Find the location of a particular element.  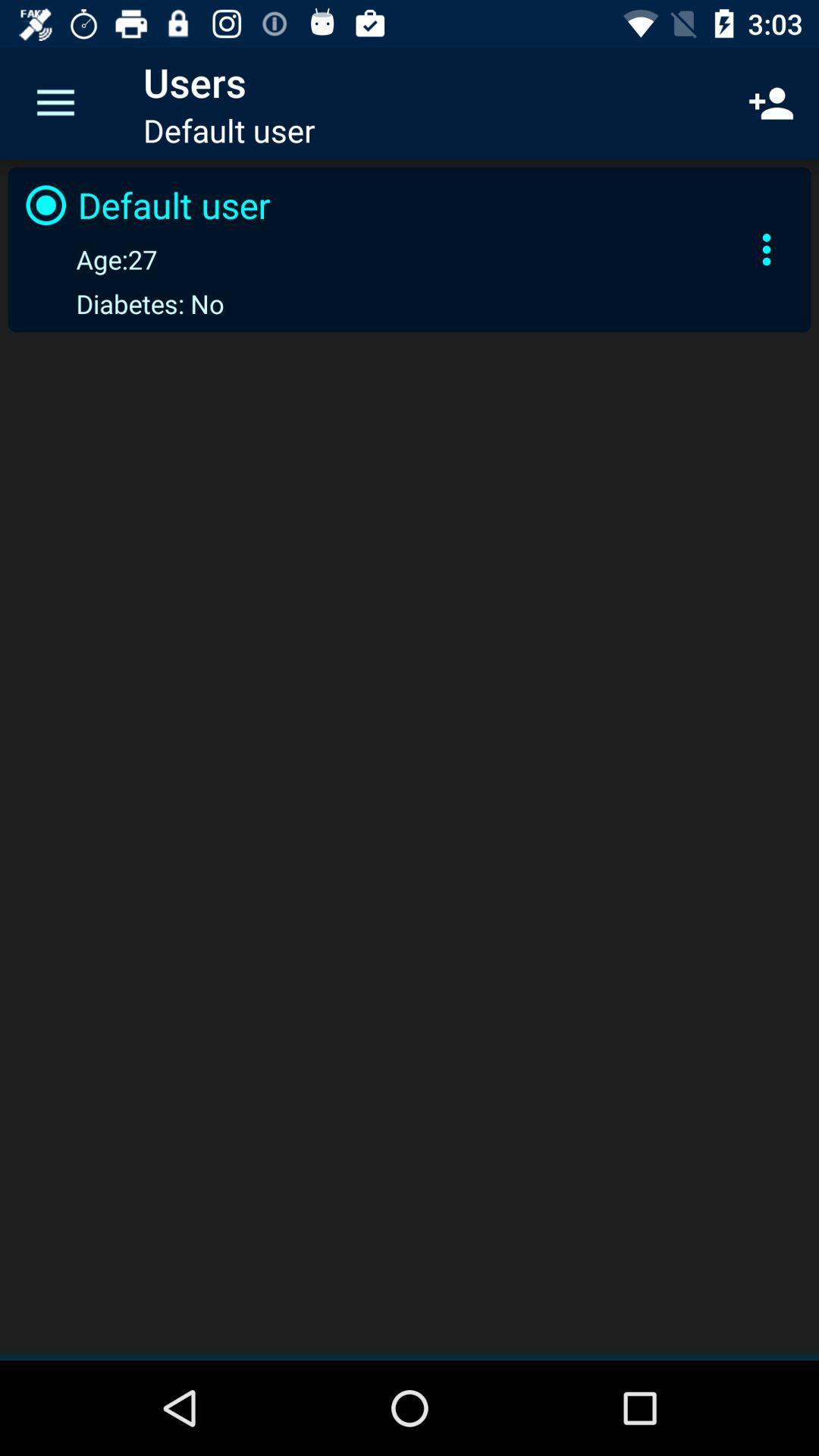

the icon to the right of the default user icon is located at coordinates (771, 102).